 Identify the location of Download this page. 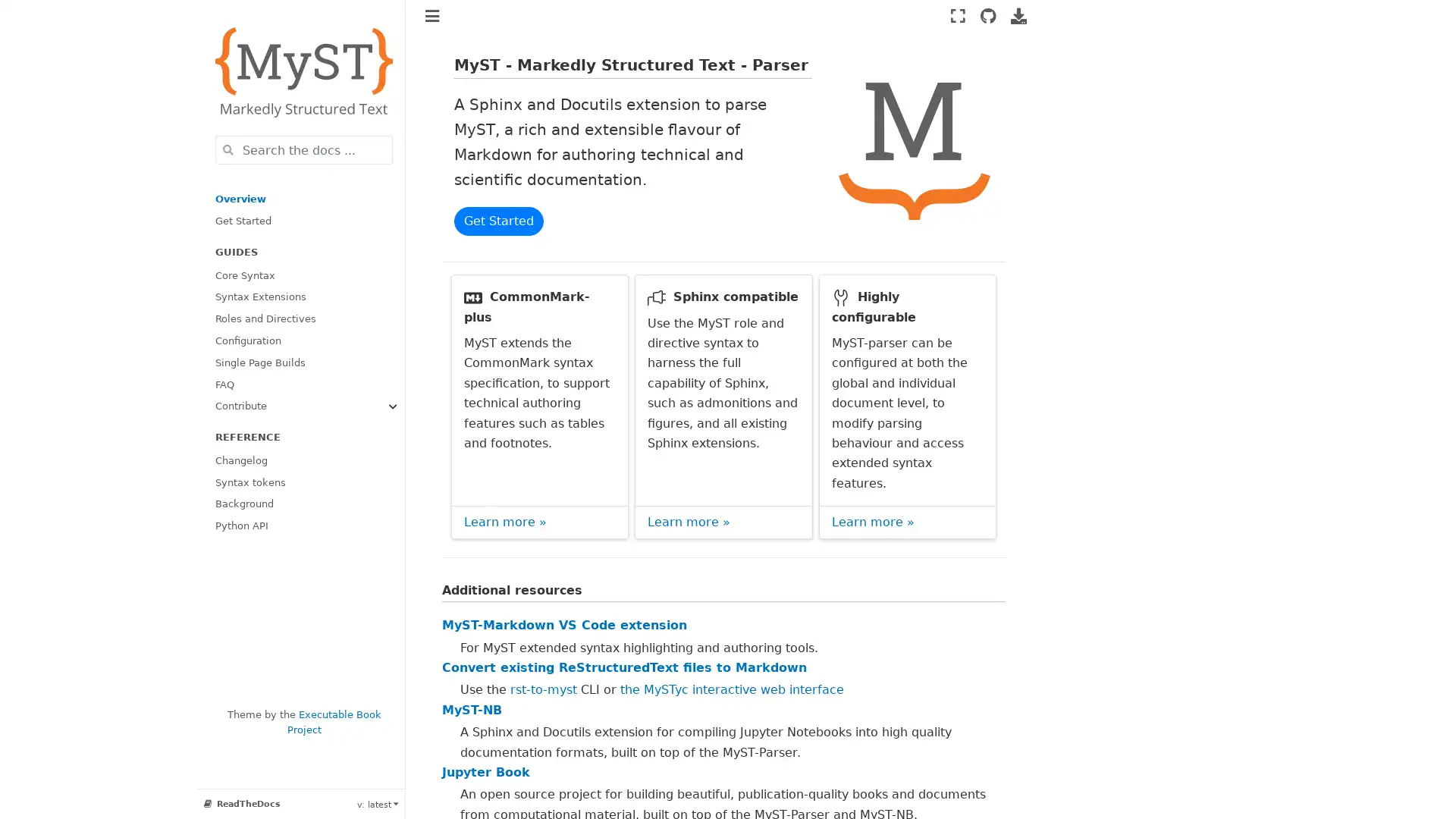
(1018, 15).